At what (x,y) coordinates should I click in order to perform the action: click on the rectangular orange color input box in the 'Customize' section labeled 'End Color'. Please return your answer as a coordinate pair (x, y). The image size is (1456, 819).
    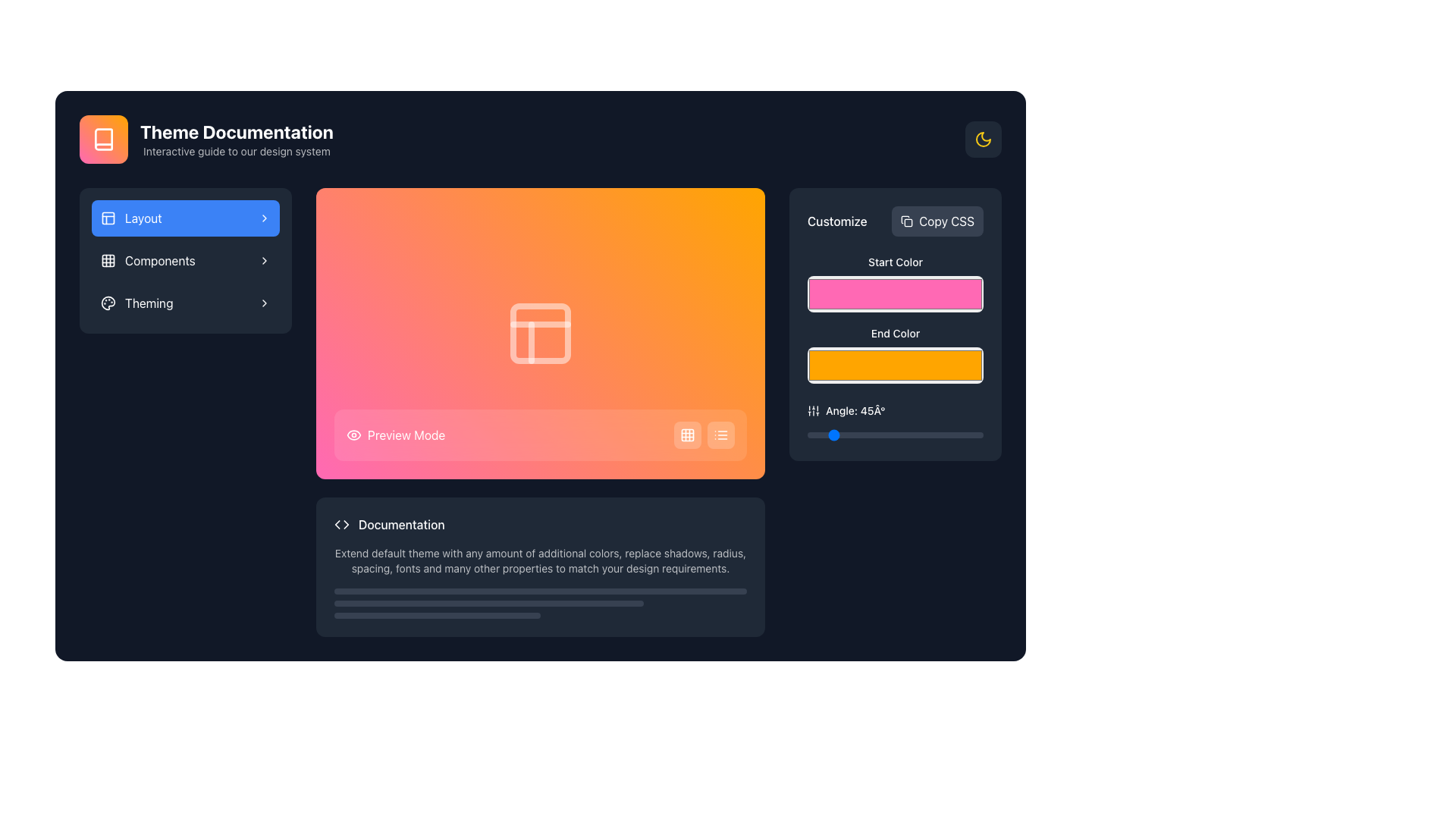
    Looking at the image, I should click on (895, 366).